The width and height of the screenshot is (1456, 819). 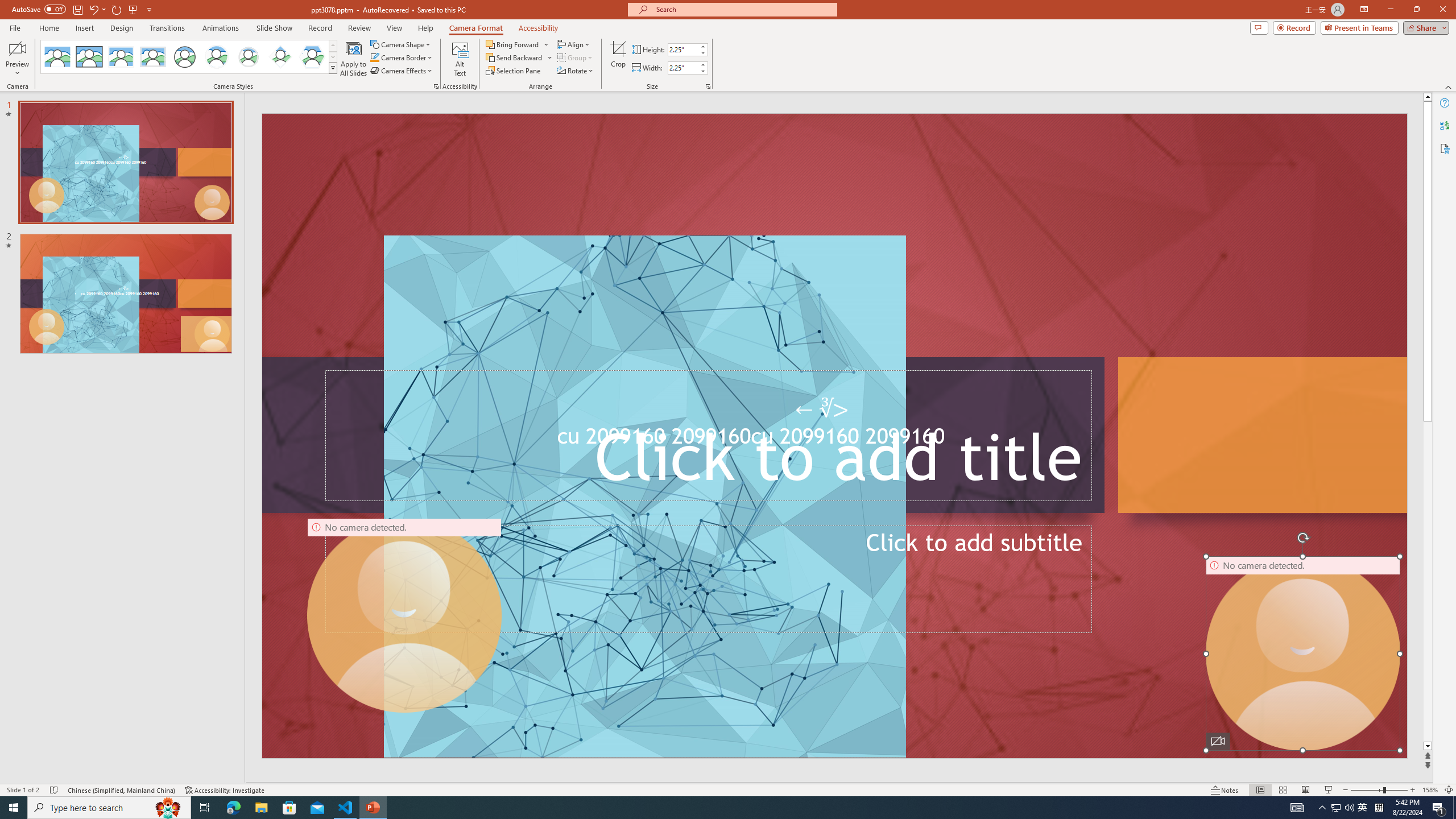 What do you see at coordinates (185, 56) in the screenshot?
I see `'Simple Frame Circle'` at bounding box center [185, 56].